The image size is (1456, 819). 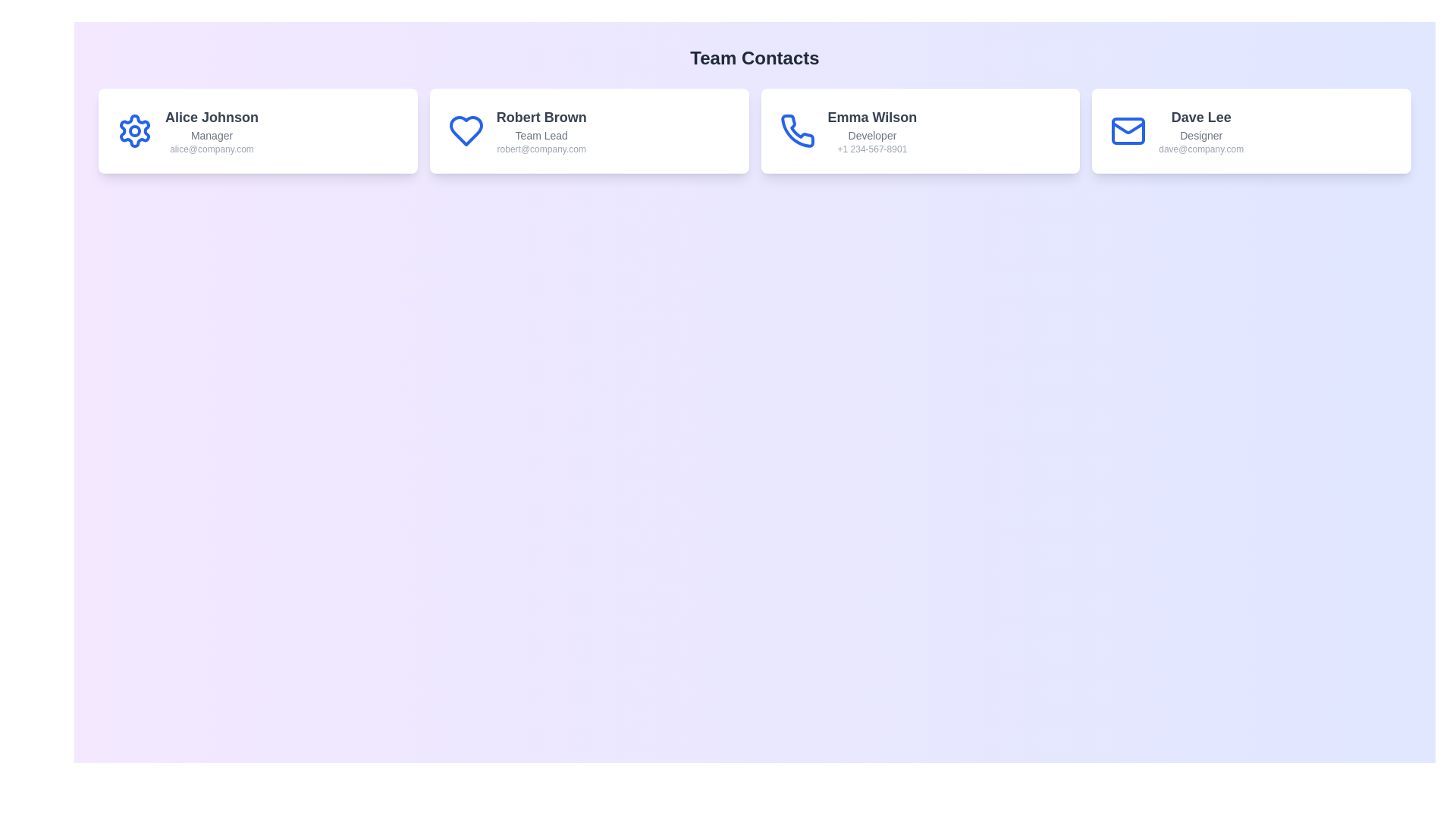 What do you see at coordinates (541, 130) in the screenshot?
I see `the text block displaying personal information for 'Robert Brown', which includes his job title 'Team Lead' and email 'robert@company.com', located inside the second white card from the left in the 'Team Contacts' section` at bounding box center [541, 130].